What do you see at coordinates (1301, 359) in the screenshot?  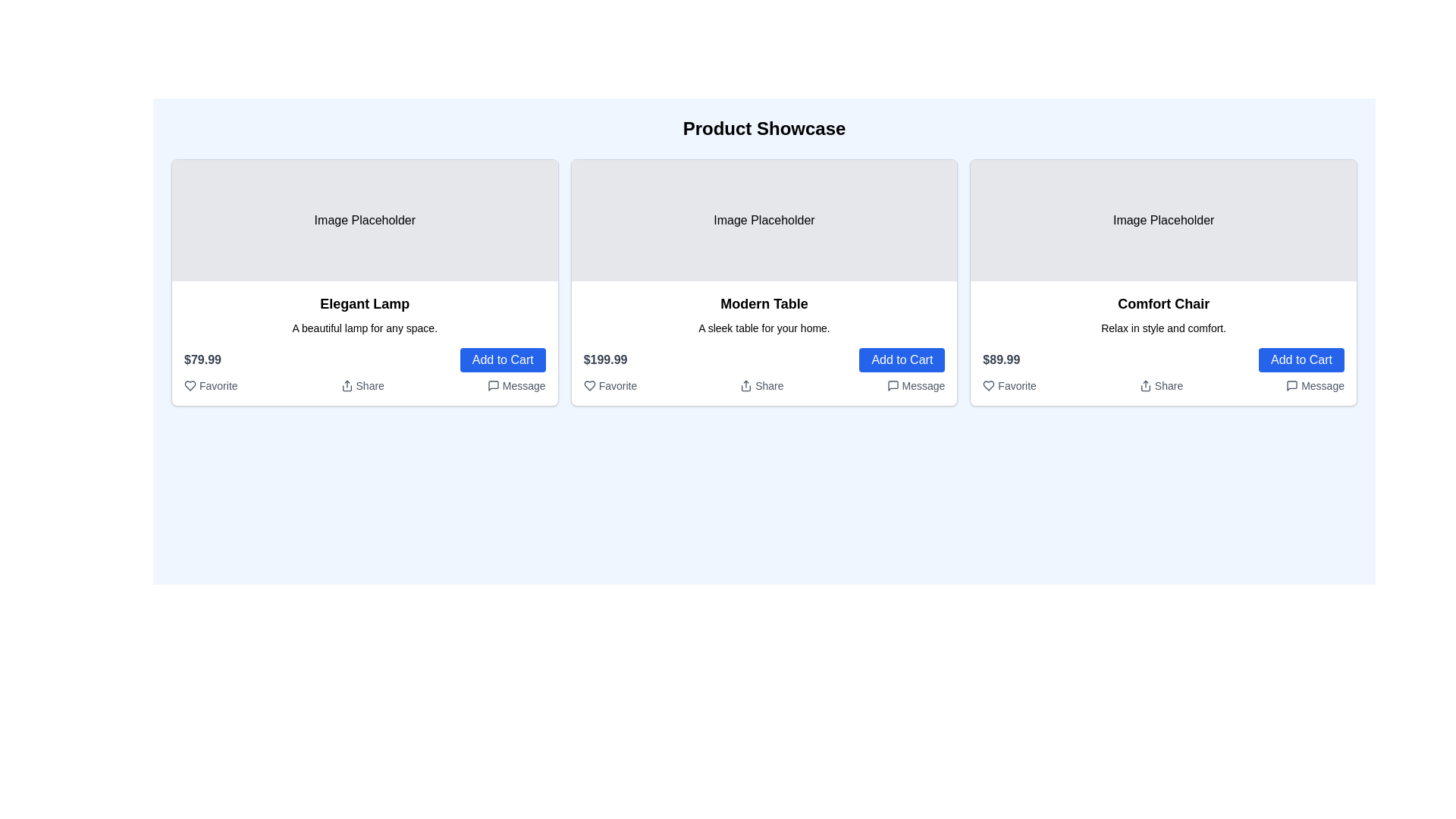 I see `the 'Add to Cart' button for the 'Comfort Chair' product located in the bottom-right section of the product card to trigger visual feedback` at bounding box center [1301, 359].